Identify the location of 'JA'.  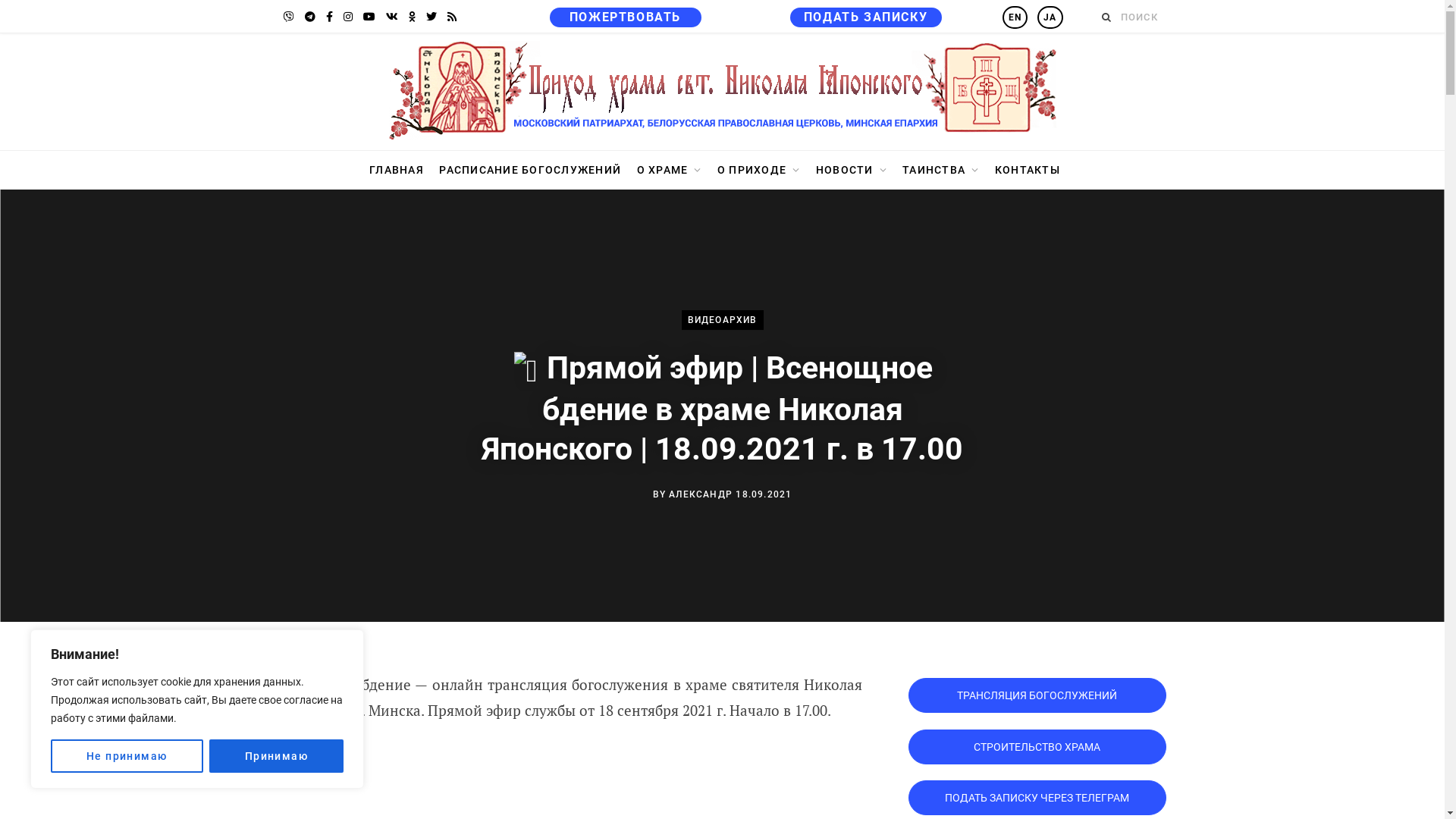
(1037, 17).